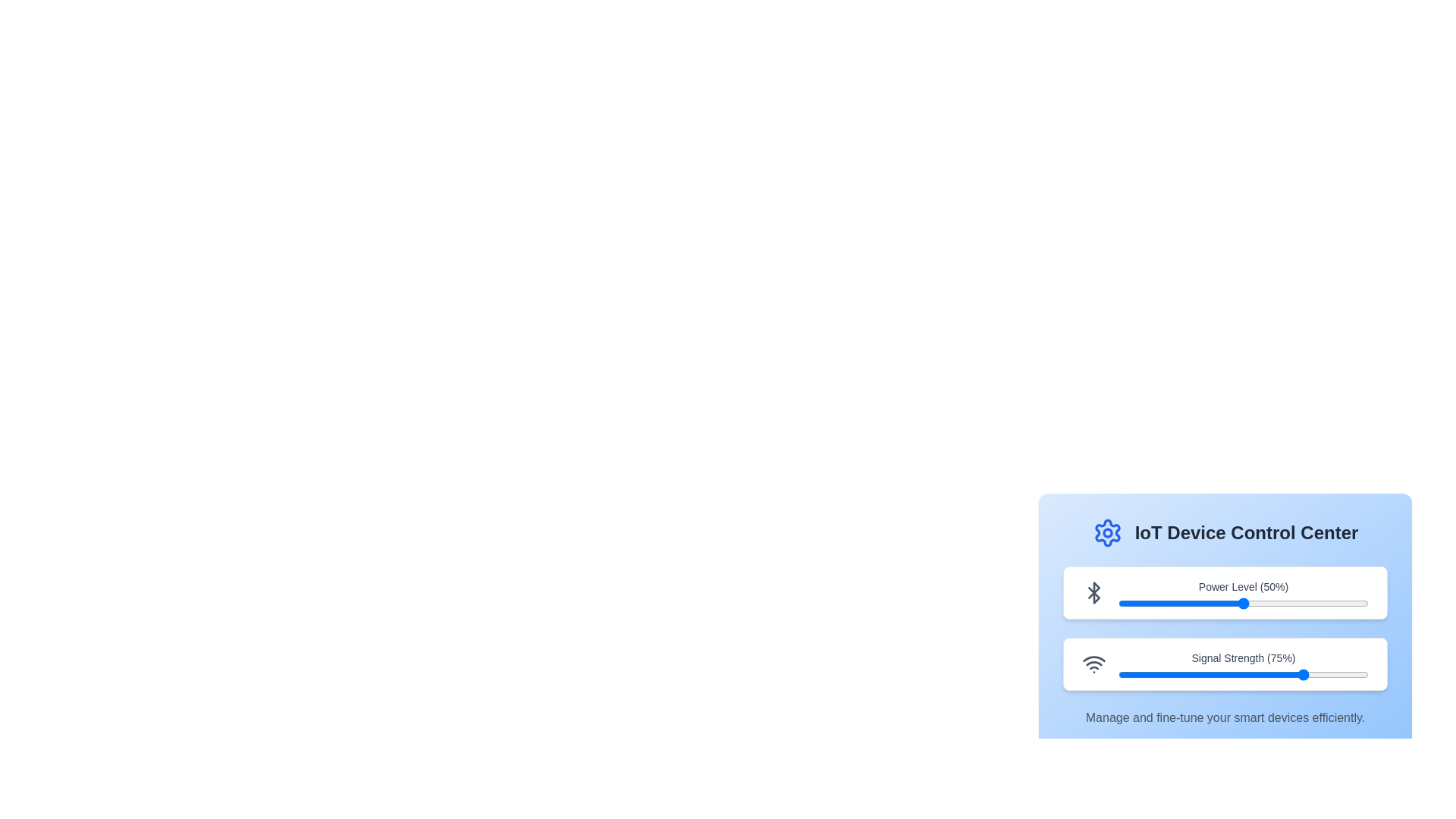 Image resolution: width=1456 pixels, height=819 pixels. I want to click on the Power Level slider to 81%, so click(1320, 602).